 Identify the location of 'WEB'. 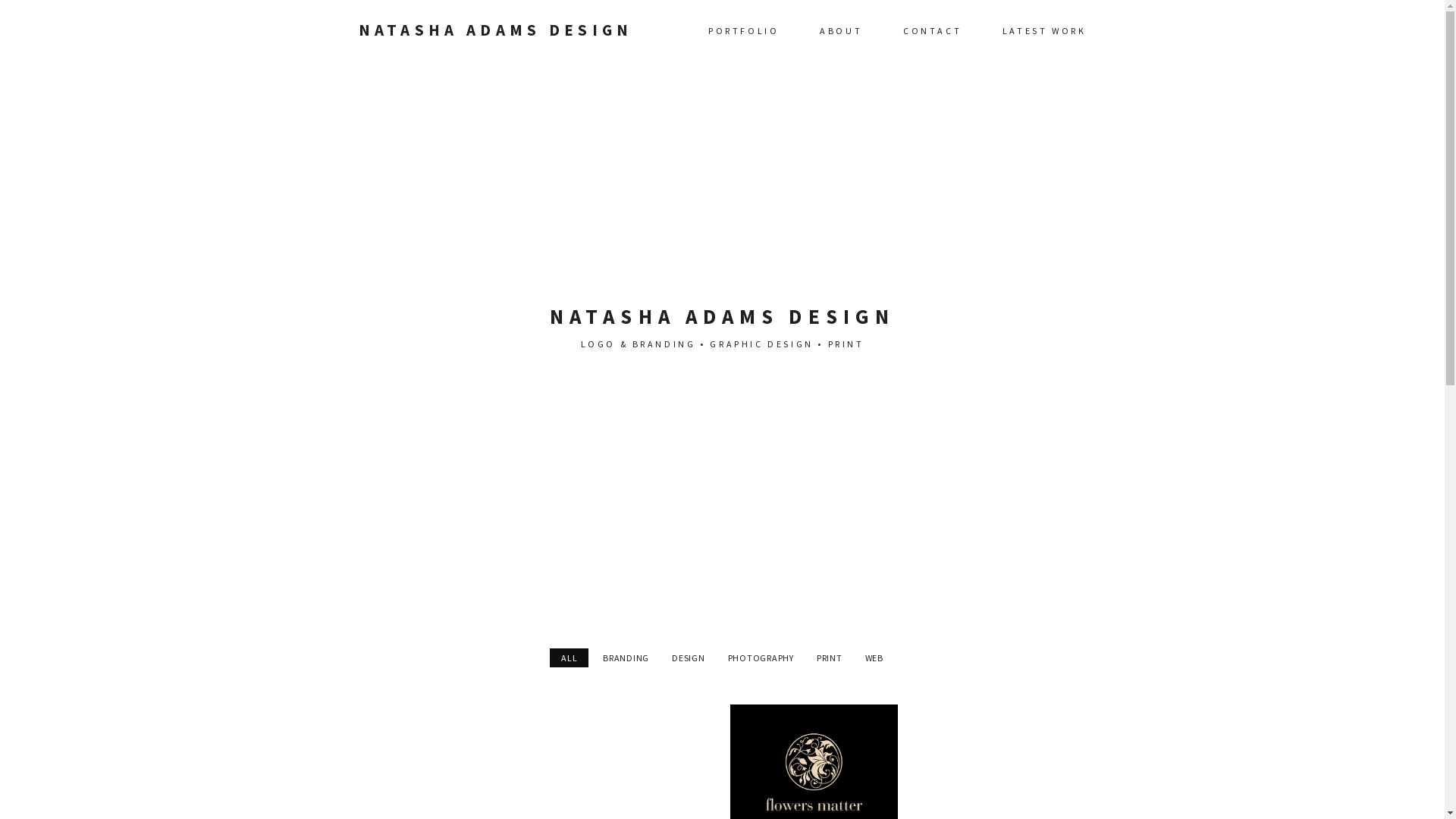
(874, 657).